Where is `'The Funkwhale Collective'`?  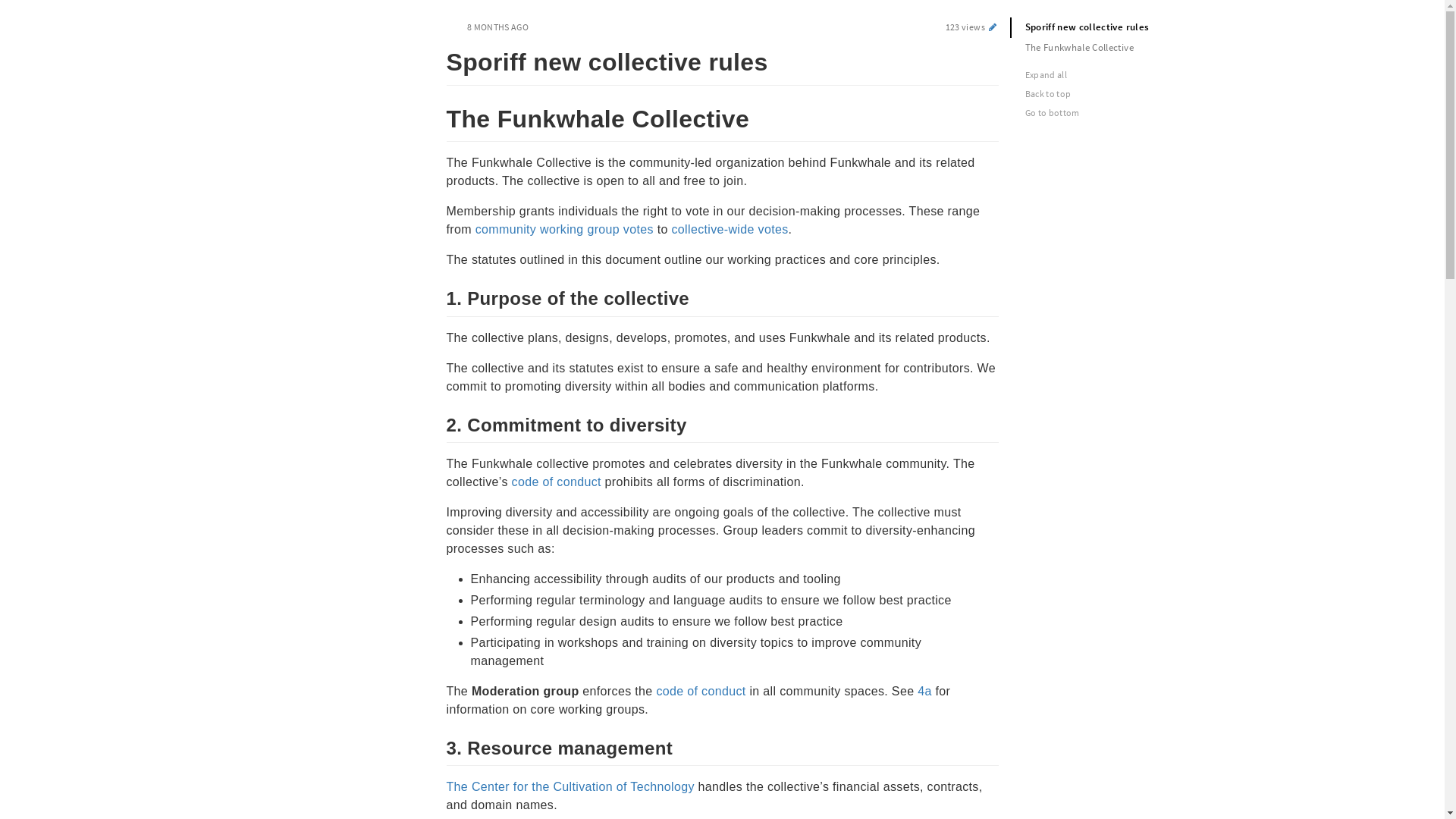
'The Funkwhale Collective' is located at coordinates (1111, 47).